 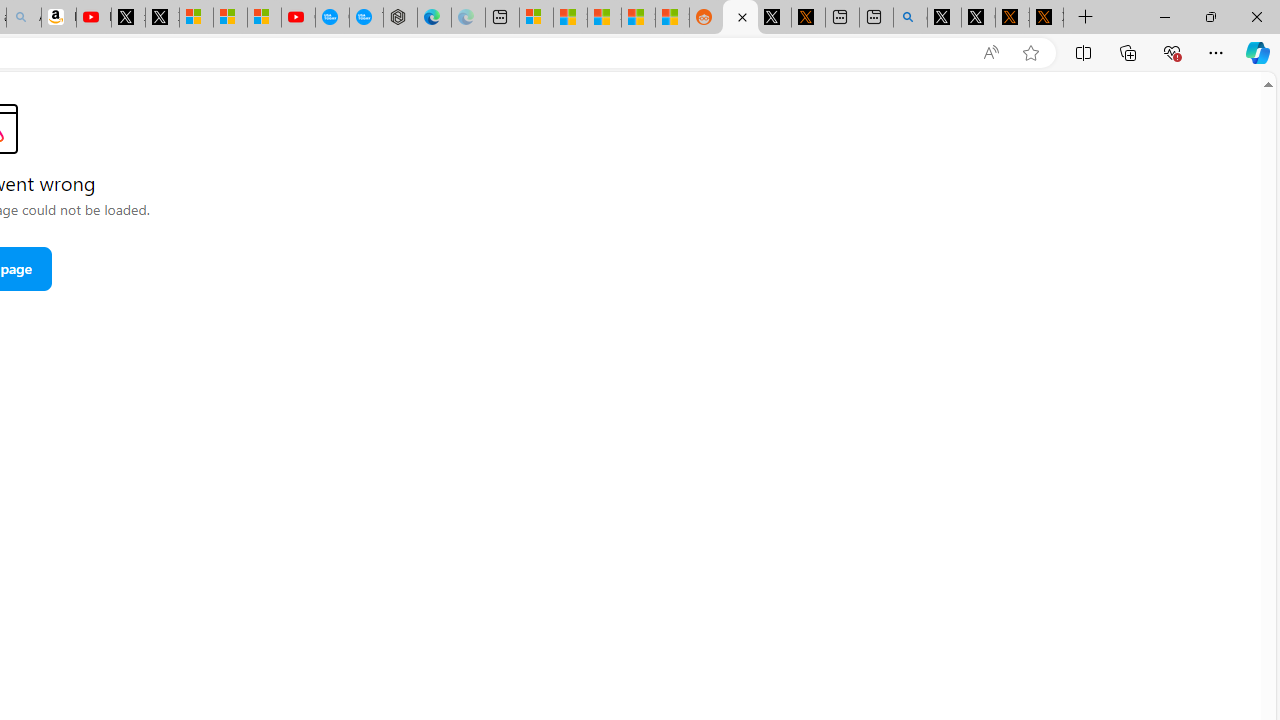 What do you see at coordinates (978, 17) in the screenshot?
I see `'GitHub (@github) / X'` at bounding box center [978, 17].